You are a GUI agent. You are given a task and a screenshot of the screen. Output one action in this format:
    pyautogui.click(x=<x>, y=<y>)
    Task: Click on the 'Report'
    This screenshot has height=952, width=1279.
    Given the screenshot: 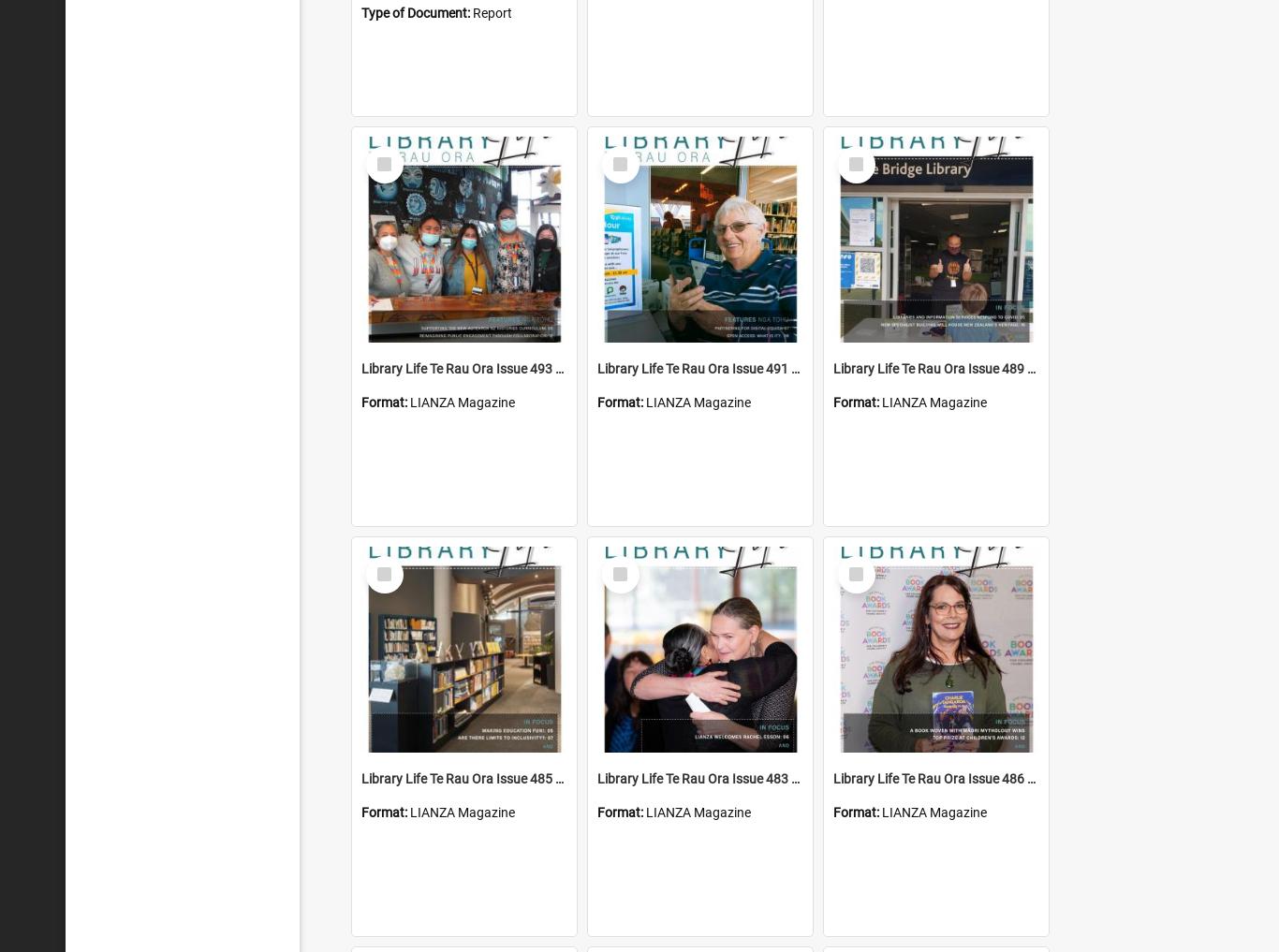 What is the action you would take?
    pyautogui.click(x=492, y=12)
    